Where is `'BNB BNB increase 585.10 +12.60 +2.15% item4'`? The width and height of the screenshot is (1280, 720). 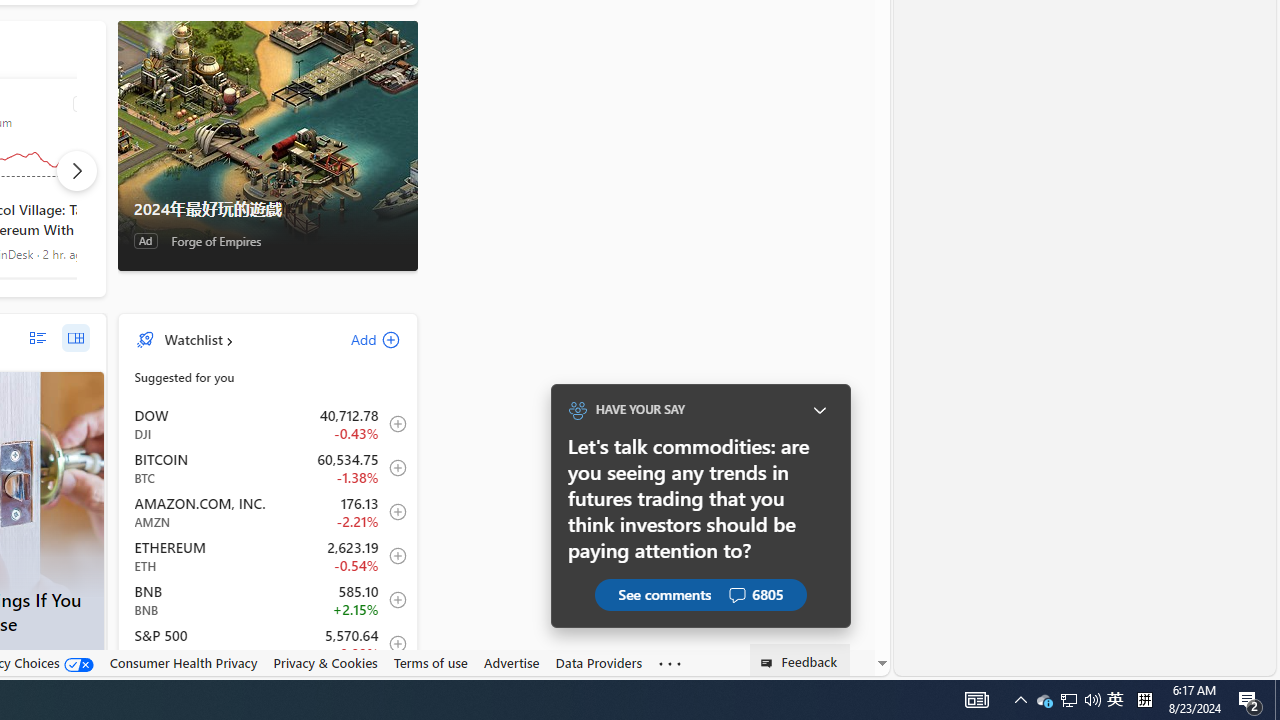
'BNB BNB increase 585.10 +12.60 +2.15% item4' is located at coordinates (267, 599).